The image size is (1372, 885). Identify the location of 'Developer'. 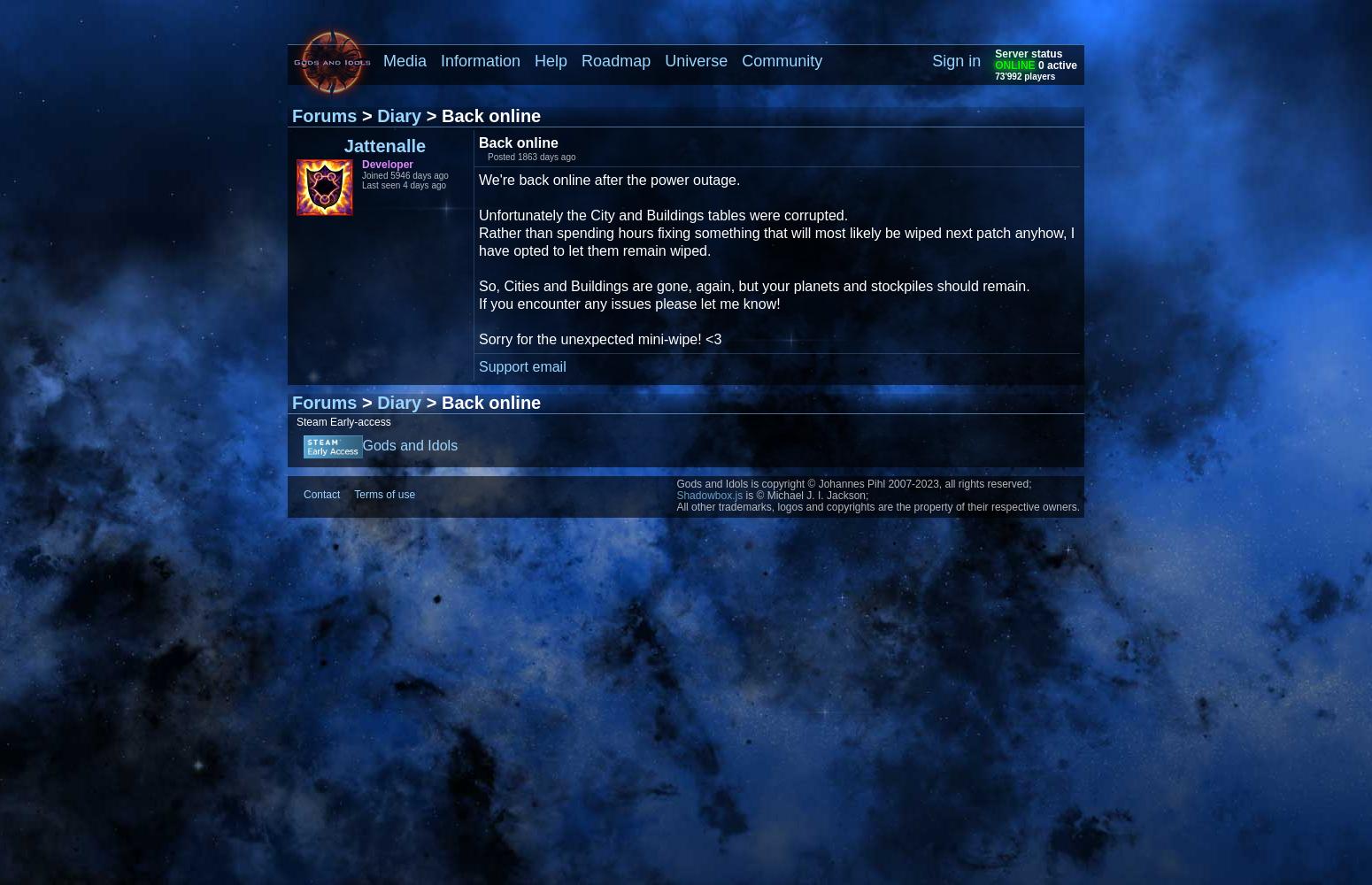
(388, 165).